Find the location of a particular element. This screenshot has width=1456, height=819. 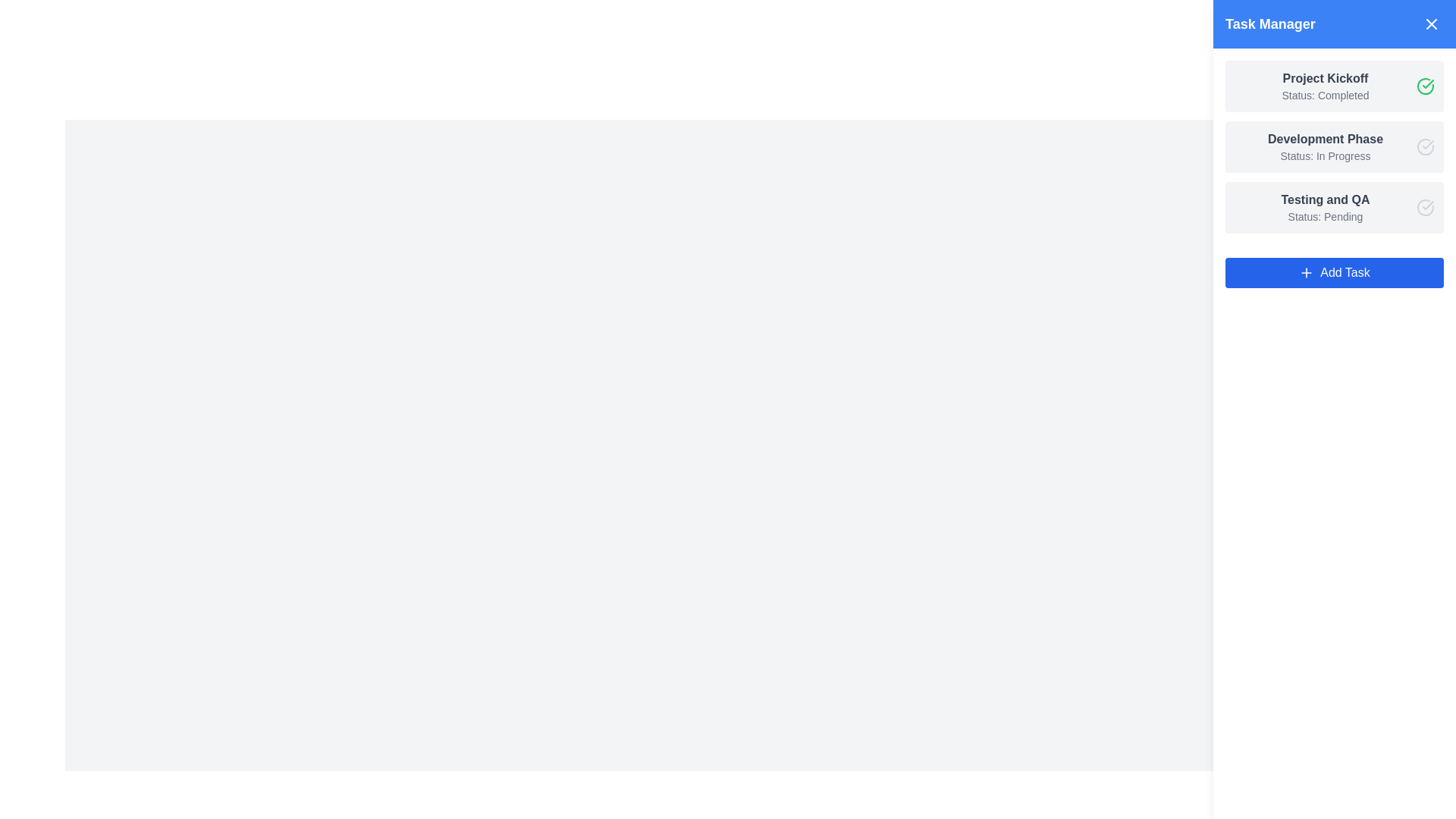

the 'Testing and QA' text label in the Task Manager panel, which serves as a title for a specific task or phase is located at coordinates (1324, 199).